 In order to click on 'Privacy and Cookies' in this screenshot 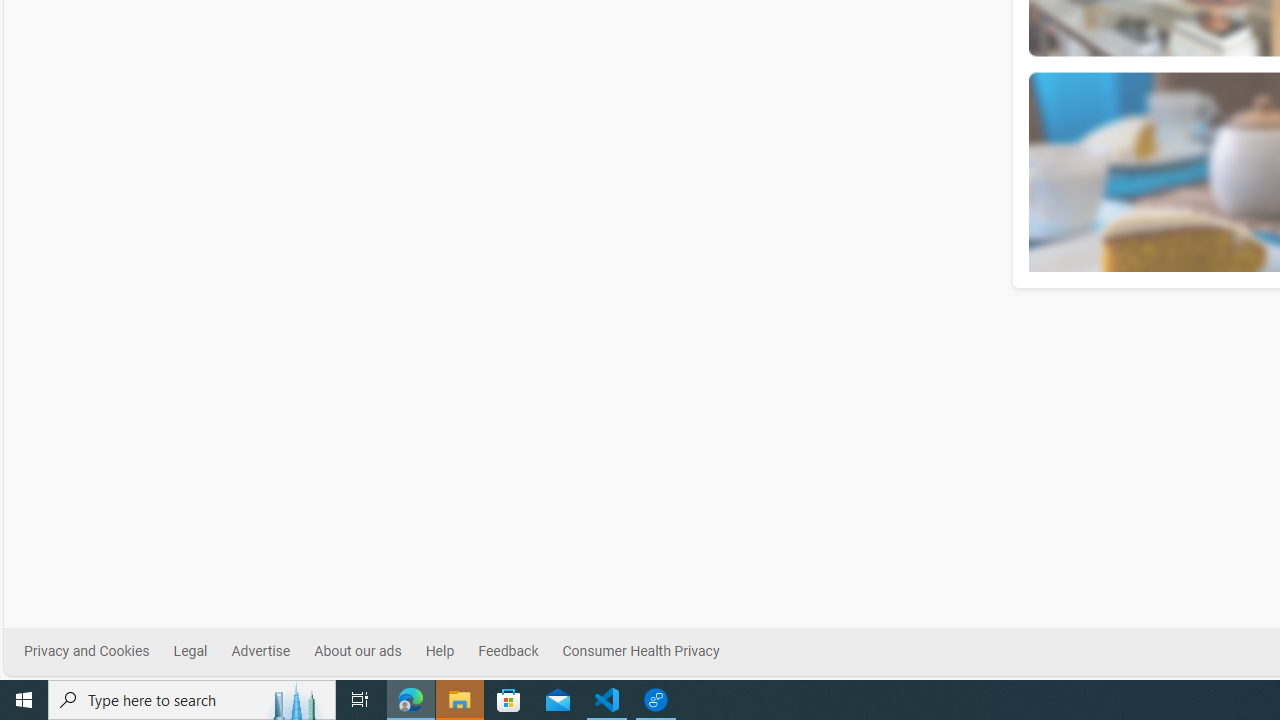, I will do `click(86, 651)`.